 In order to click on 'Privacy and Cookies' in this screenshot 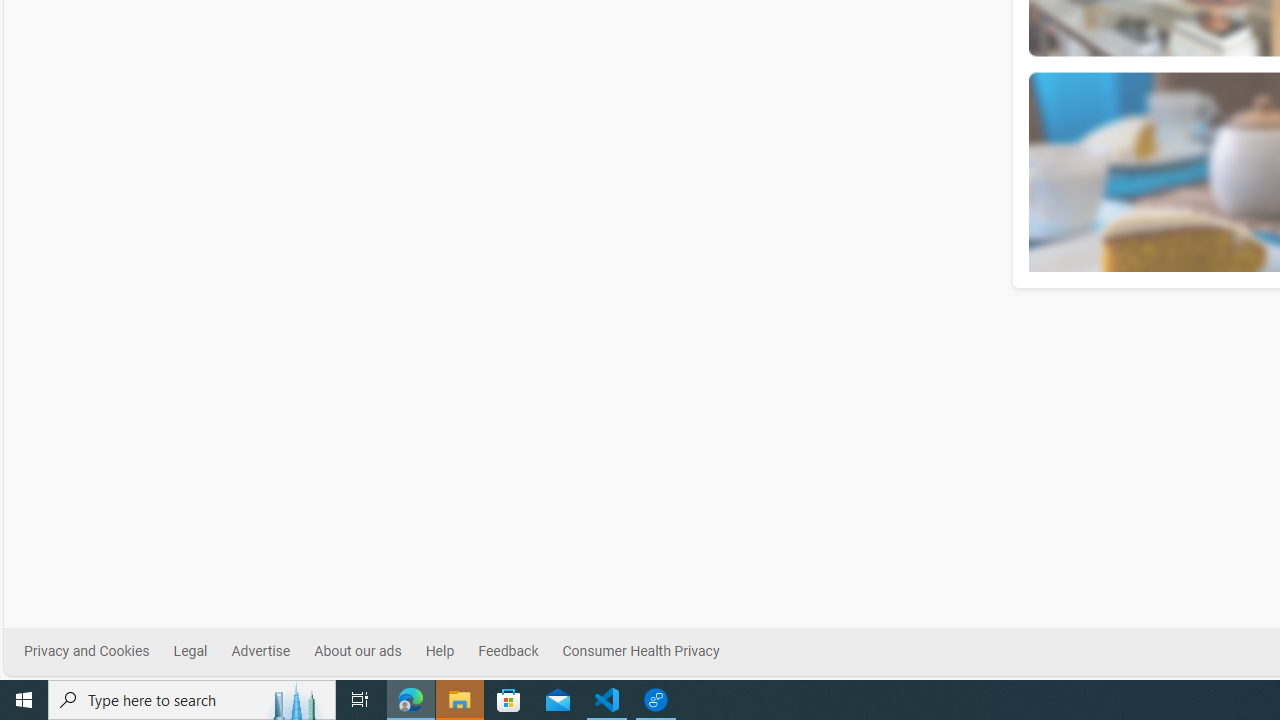, I will do `click(86, 651)`.